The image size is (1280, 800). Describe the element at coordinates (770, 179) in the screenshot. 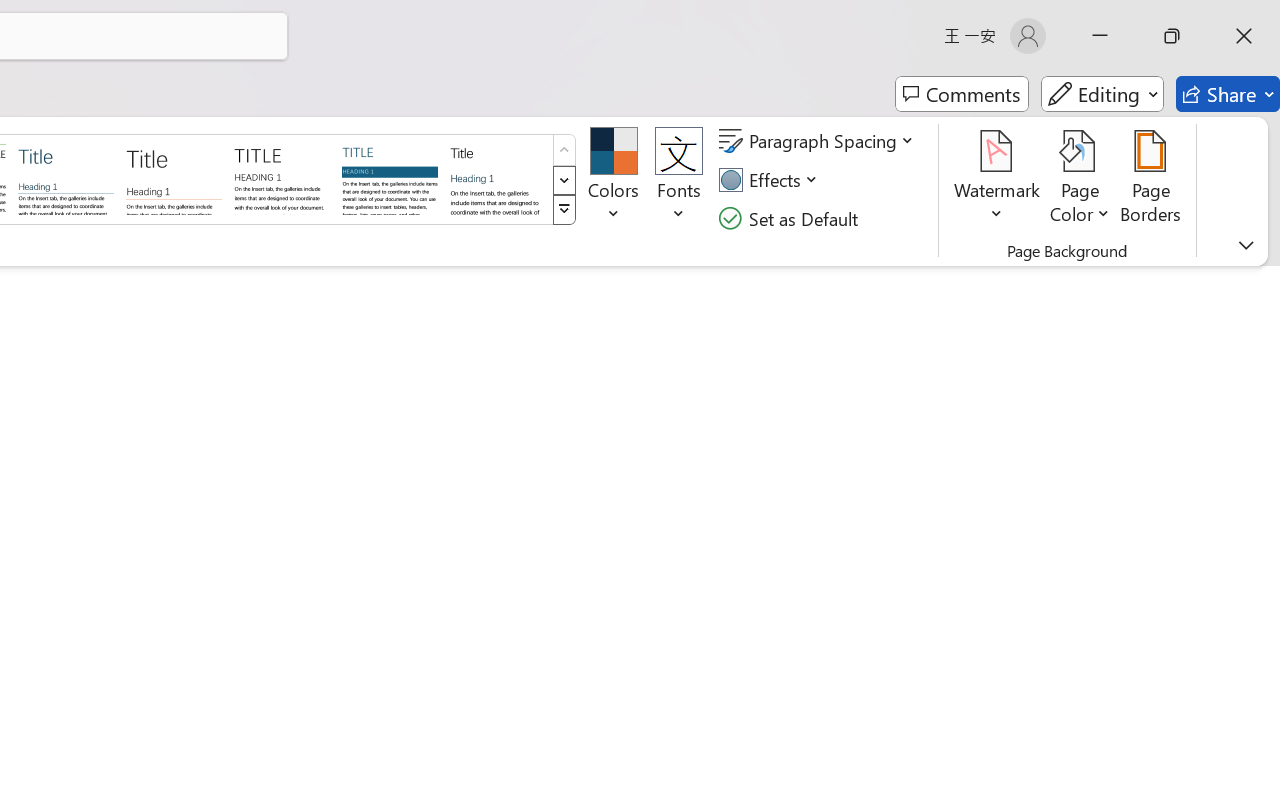

I see `'Effects'` at that location.